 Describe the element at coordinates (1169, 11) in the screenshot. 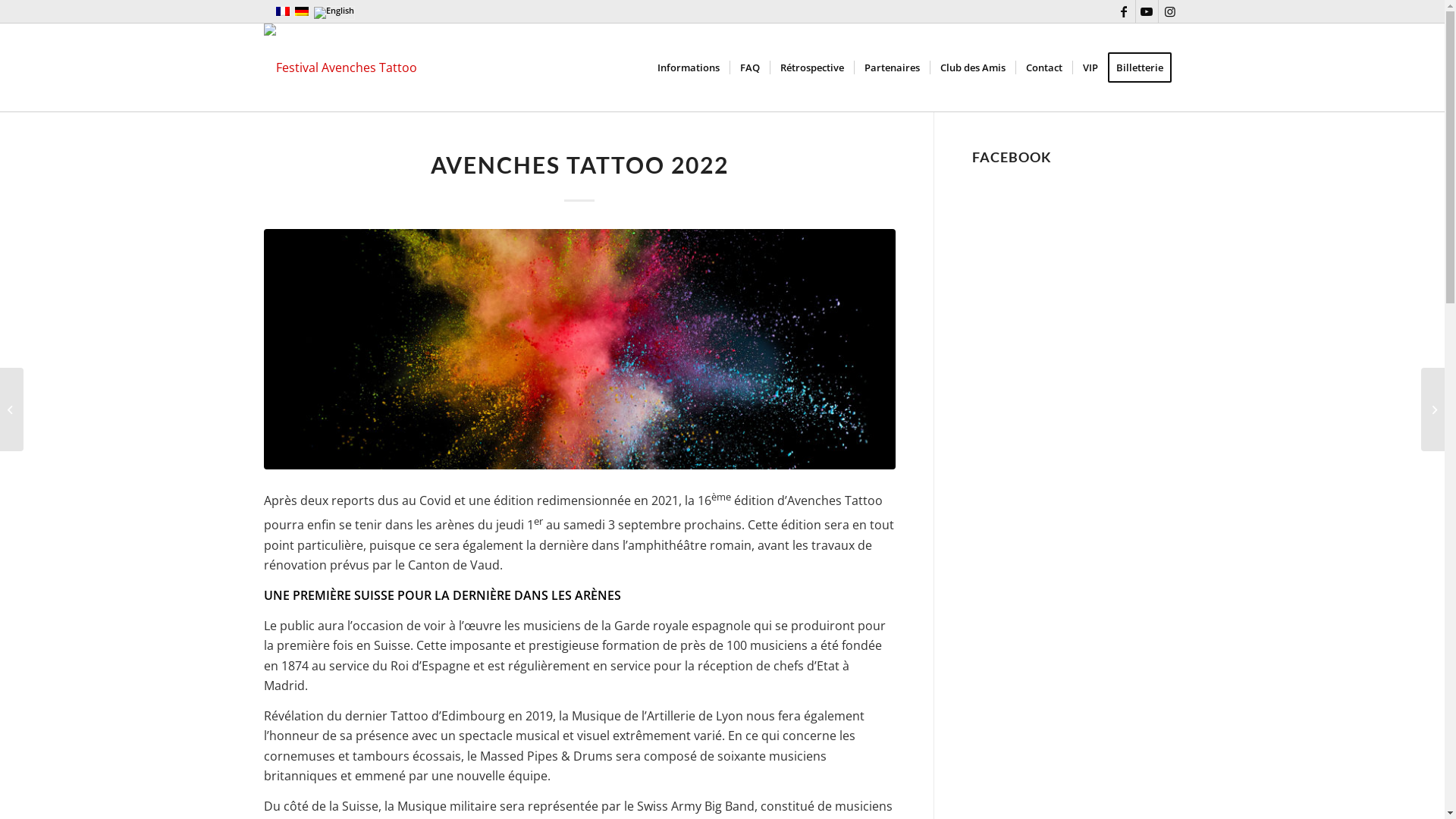

I see `'Instagram'` at that location.